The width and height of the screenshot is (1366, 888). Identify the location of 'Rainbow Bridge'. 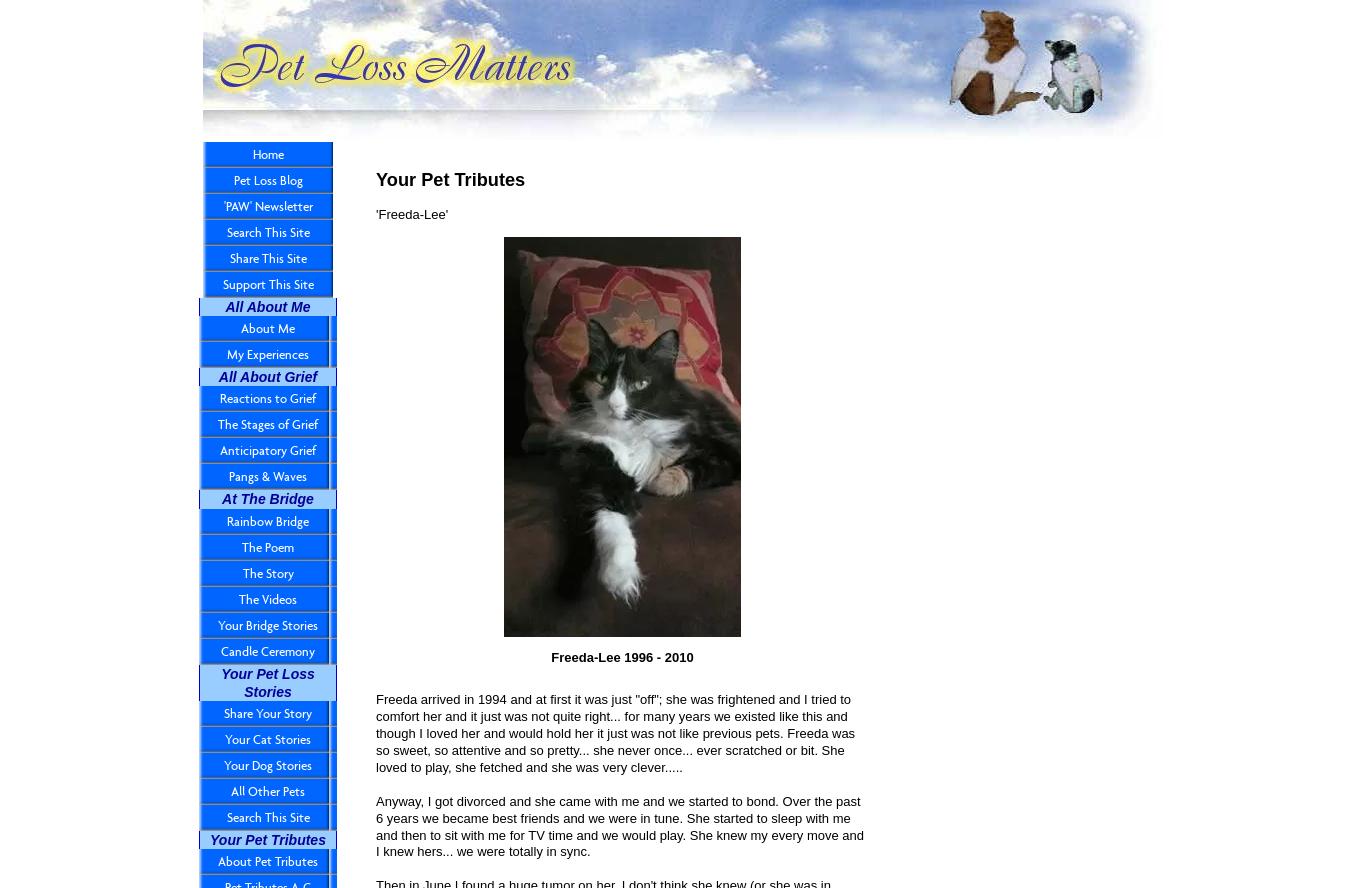
(268, 519).